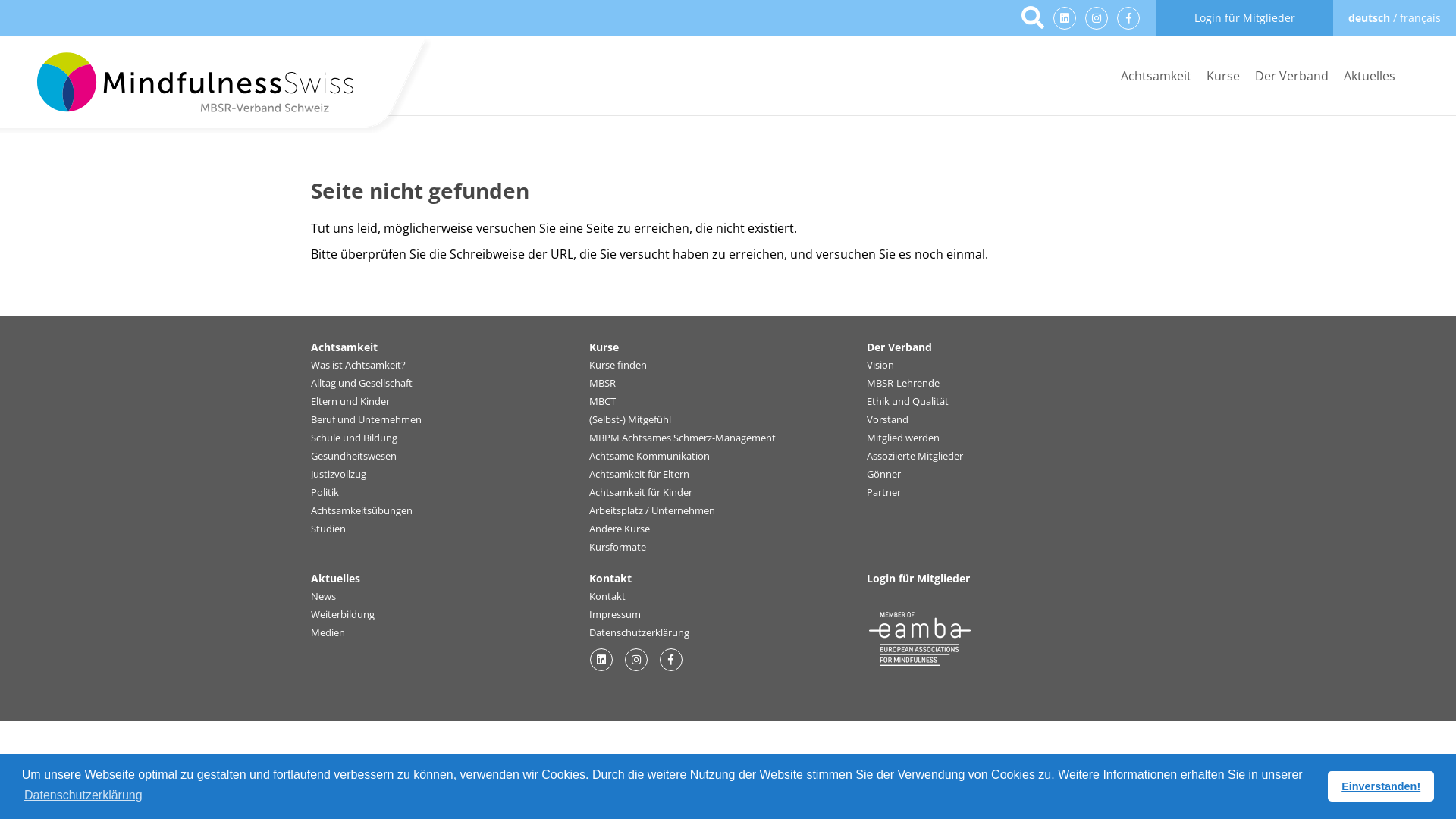 The height and width of the screenshot is (819, 1456). Describe the element at coordinates (902, 382) in the screenshot. I see `'MBSR-Lehrende'` at that location.